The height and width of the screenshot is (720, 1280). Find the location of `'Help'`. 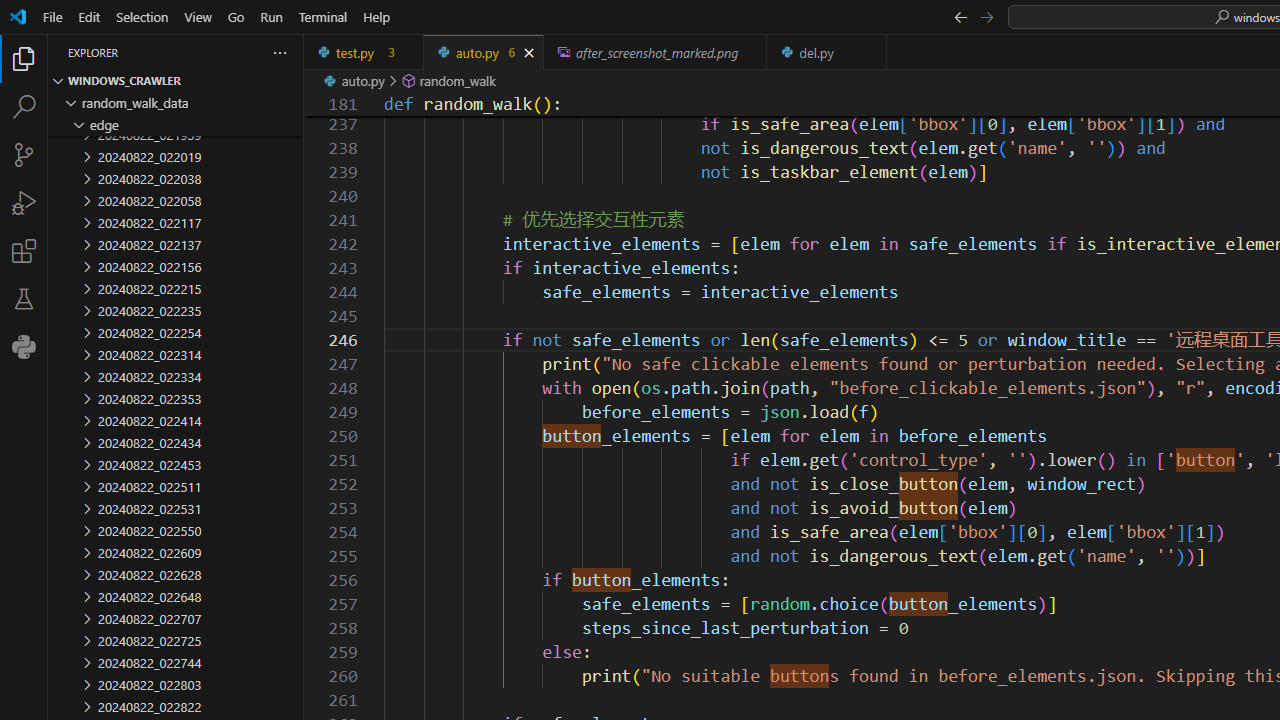

'Help' is located at coordinates (376, 16).